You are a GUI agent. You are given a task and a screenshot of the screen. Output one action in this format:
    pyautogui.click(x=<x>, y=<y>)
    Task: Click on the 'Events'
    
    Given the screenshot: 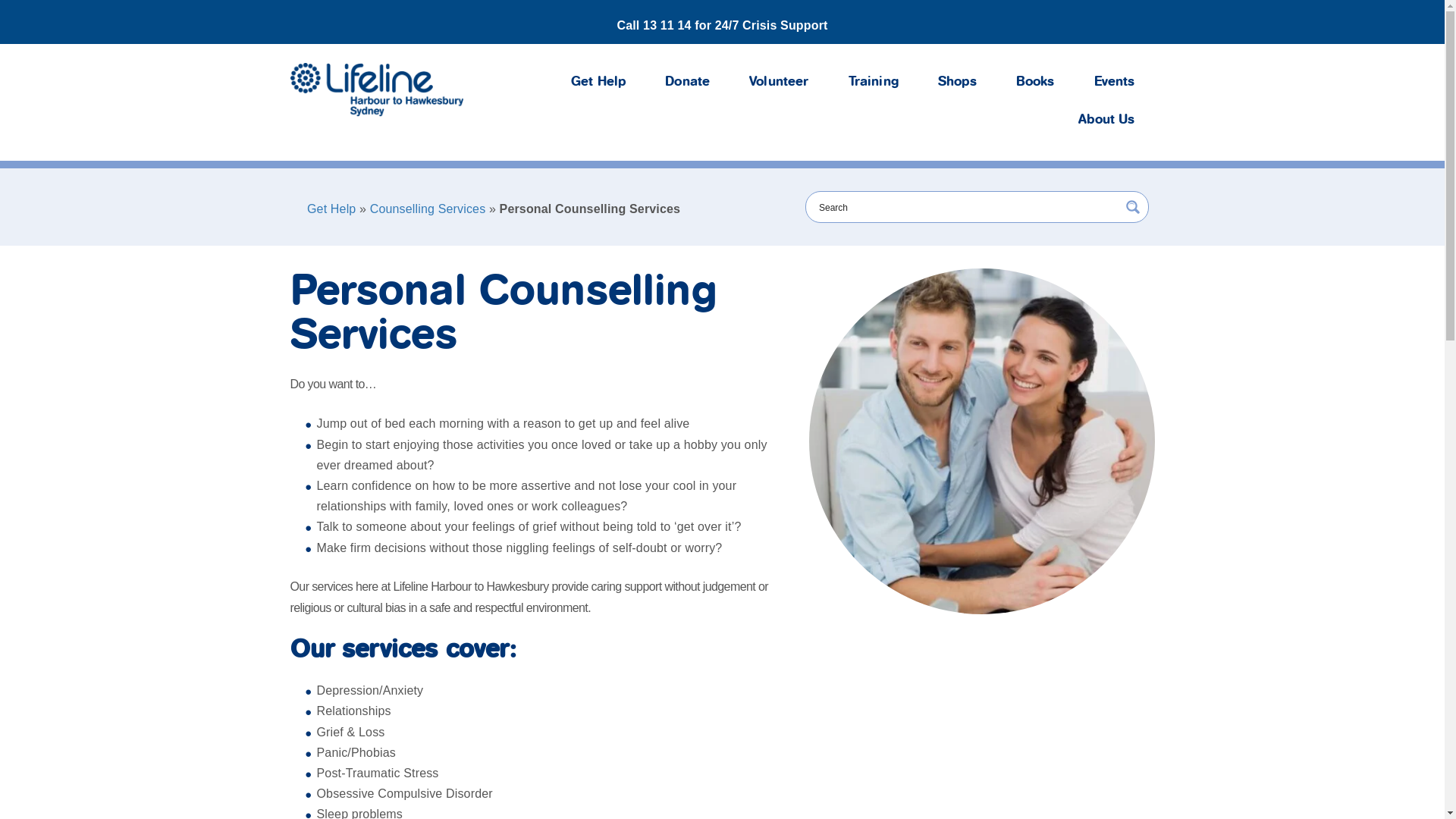 What is the action you would take?
    pyautogui.click(x=1114, y=82)
    